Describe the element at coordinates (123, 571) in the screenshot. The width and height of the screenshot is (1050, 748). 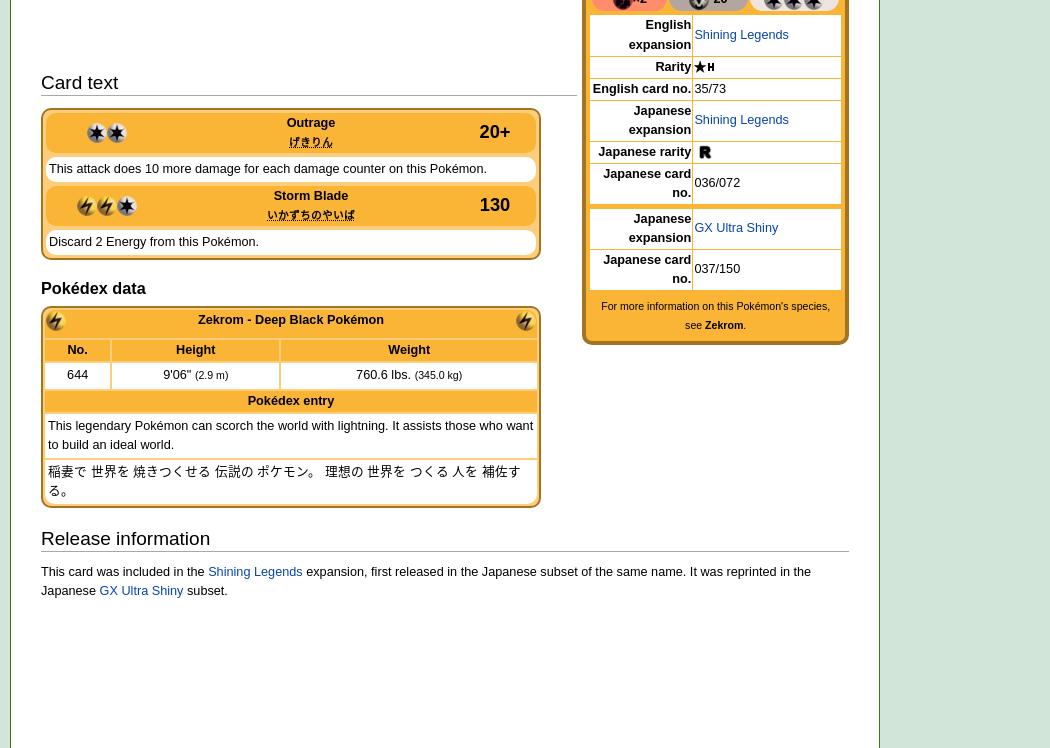
I see `'This card was included in the'` at that location.